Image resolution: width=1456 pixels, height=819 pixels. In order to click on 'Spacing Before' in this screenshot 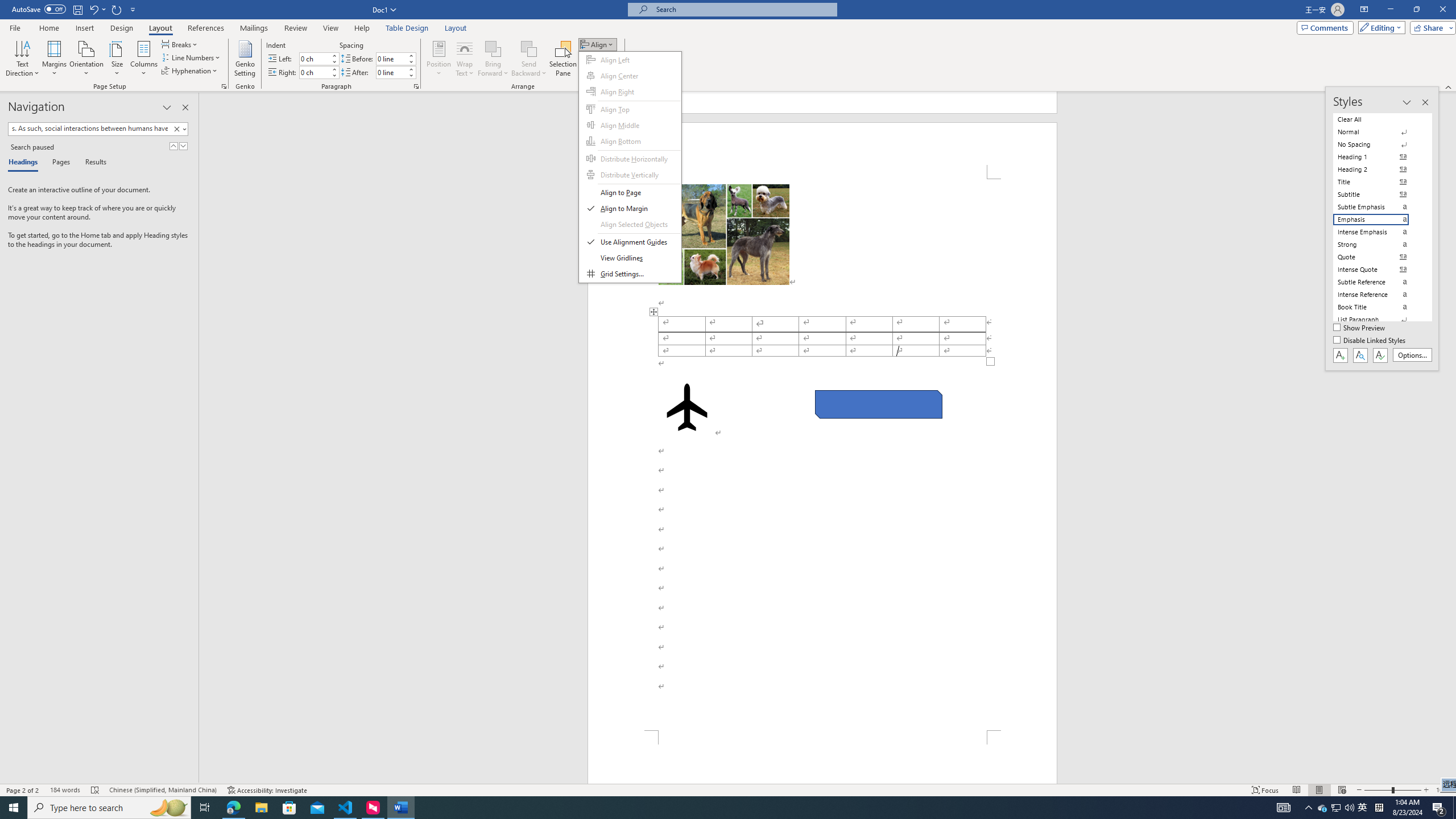, I will do `click(391, 58)`.